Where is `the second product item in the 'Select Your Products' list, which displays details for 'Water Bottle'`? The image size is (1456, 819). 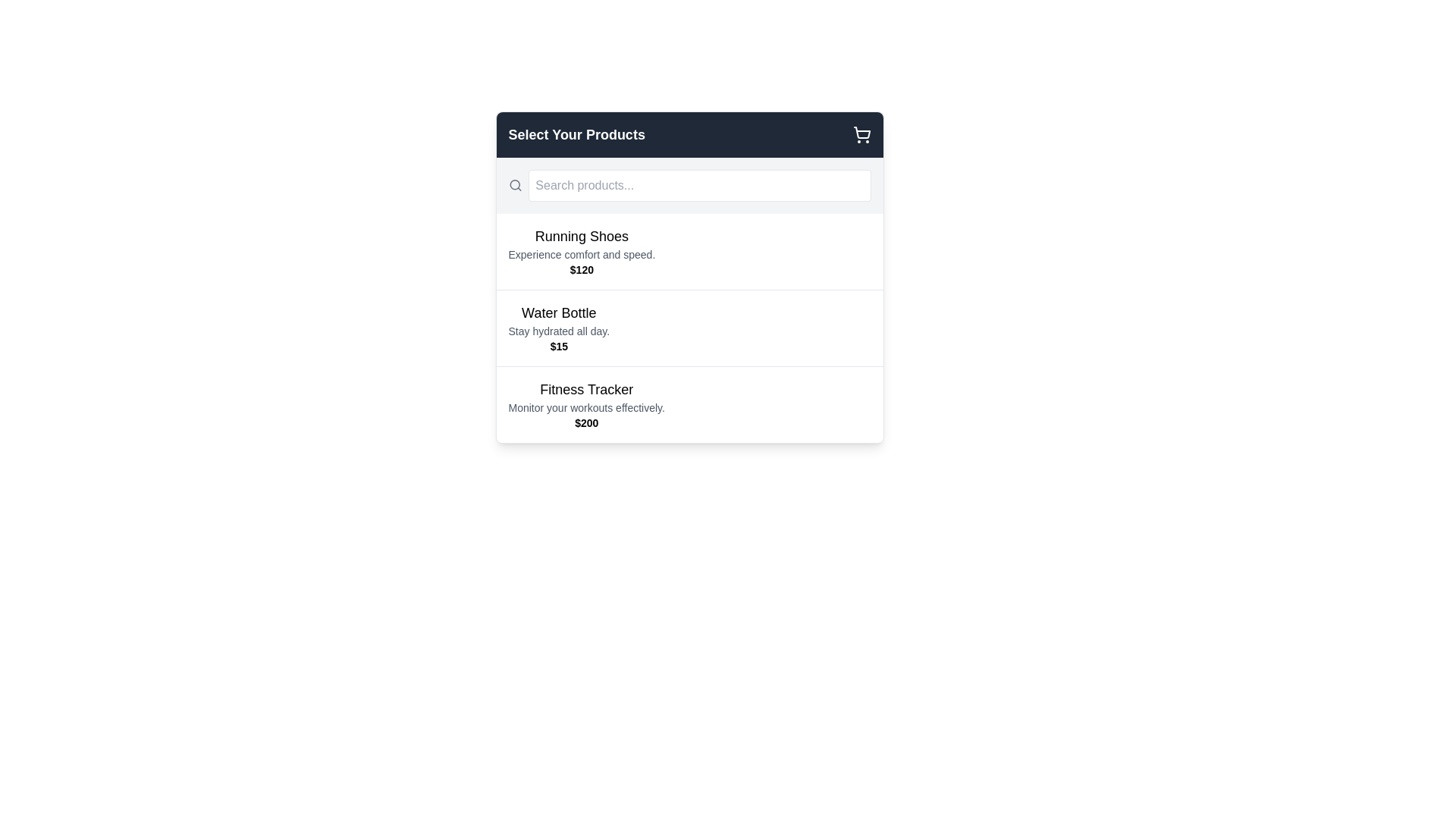 the second product item in the 'Select Your Products' list, which displays details for 'Water Bottle' is located at coordinates (689, 300).